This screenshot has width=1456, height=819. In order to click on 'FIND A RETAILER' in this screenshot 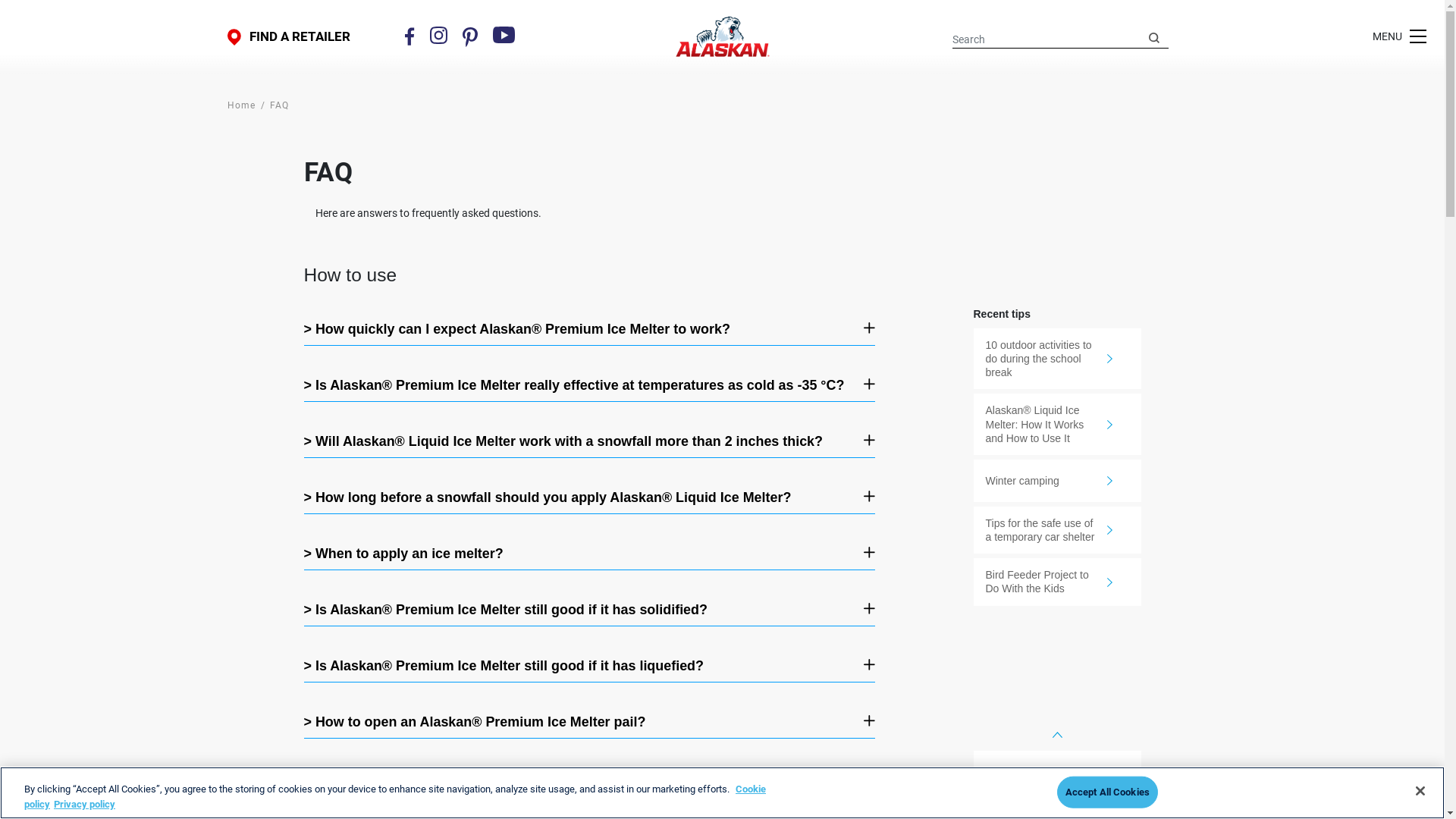, I will do `click(288, 36)`.